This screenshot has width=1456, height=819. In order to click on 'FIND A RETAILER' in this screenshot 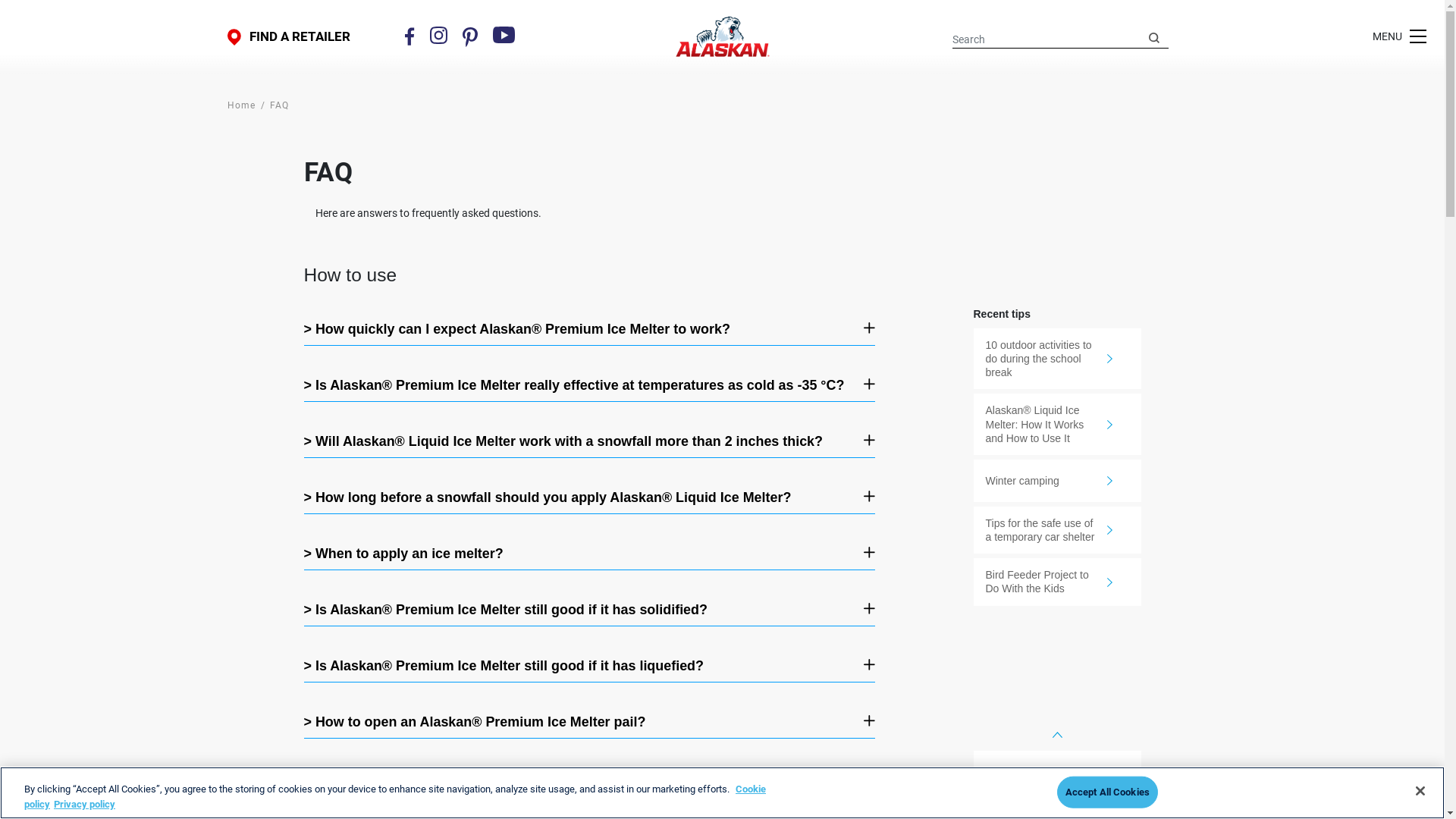, I will do `click(288, 36)`.